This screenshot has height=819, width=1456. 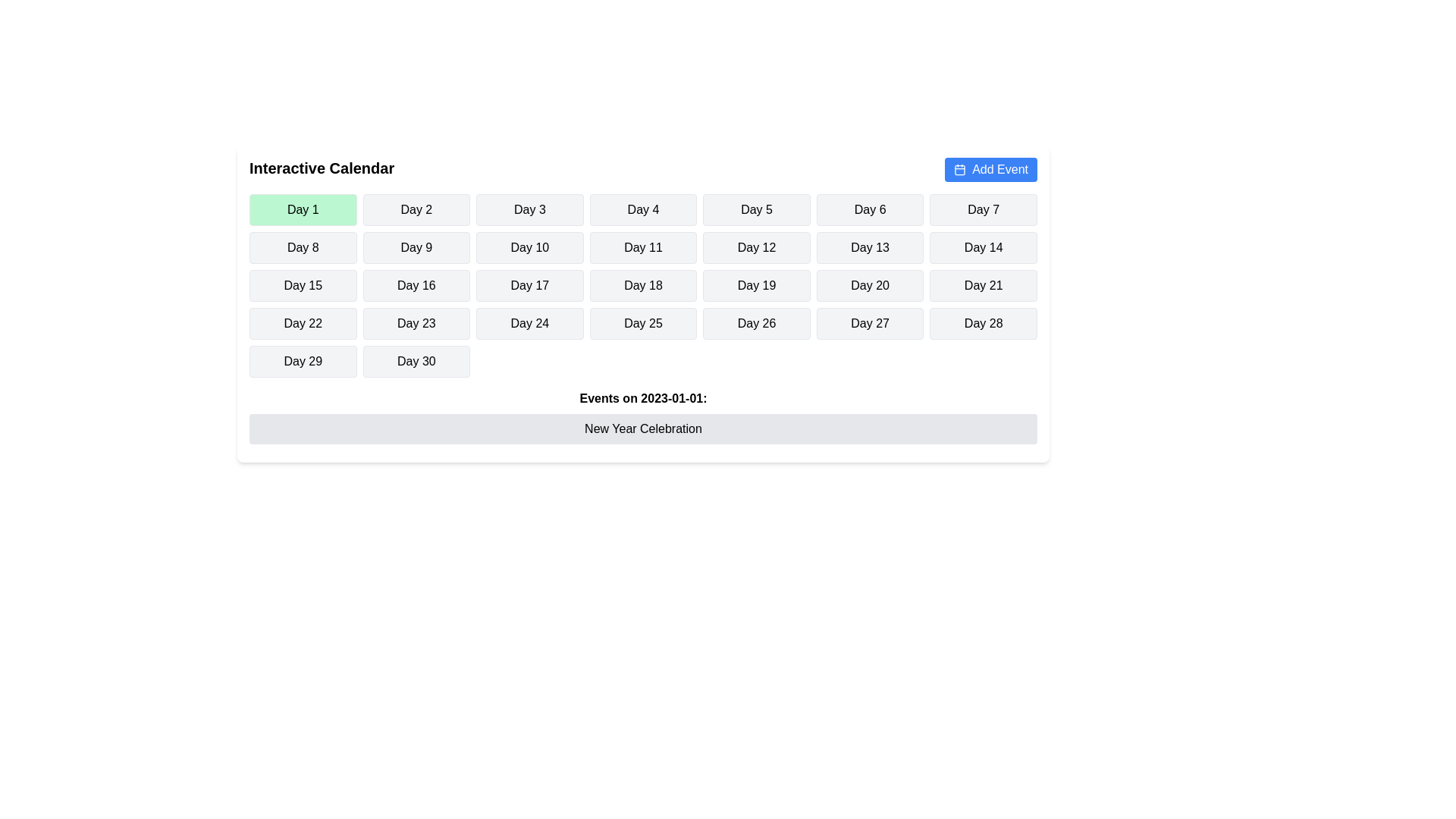 What do you see at coordinates (1000, 169) in the screenshot?
I see `the button labeled 'Add Event' which is styled in white font on a blue background, located at the top-right side of the calendar interface, adjacent to a calendar icon` at bounding box center [1000, 169].